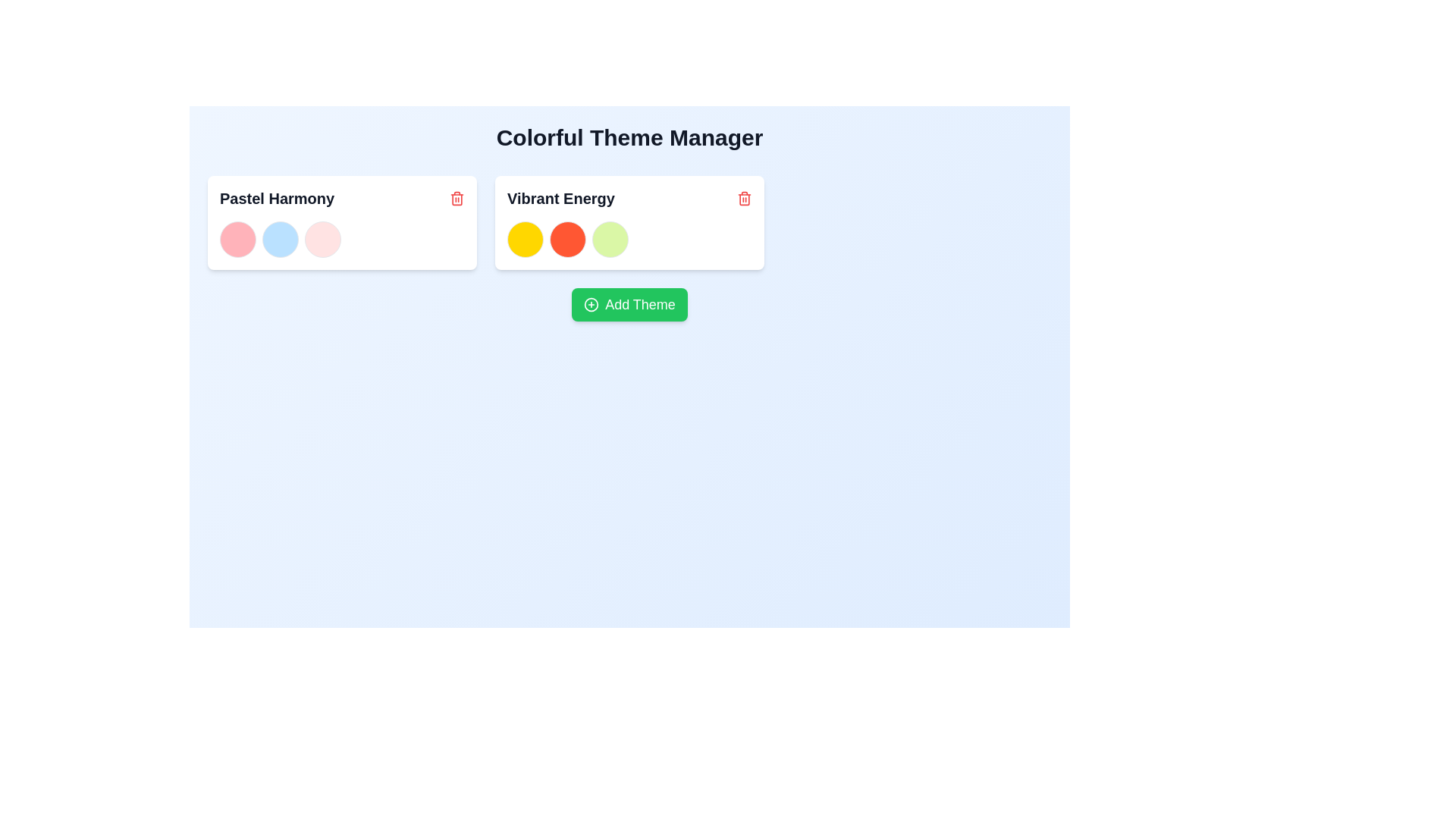  Describe the element at coordinates (745, 198) in the screenshot. I see `the red trash bin icon button located in the top-right corner of the 'Vibrant Energy' card` at that location.